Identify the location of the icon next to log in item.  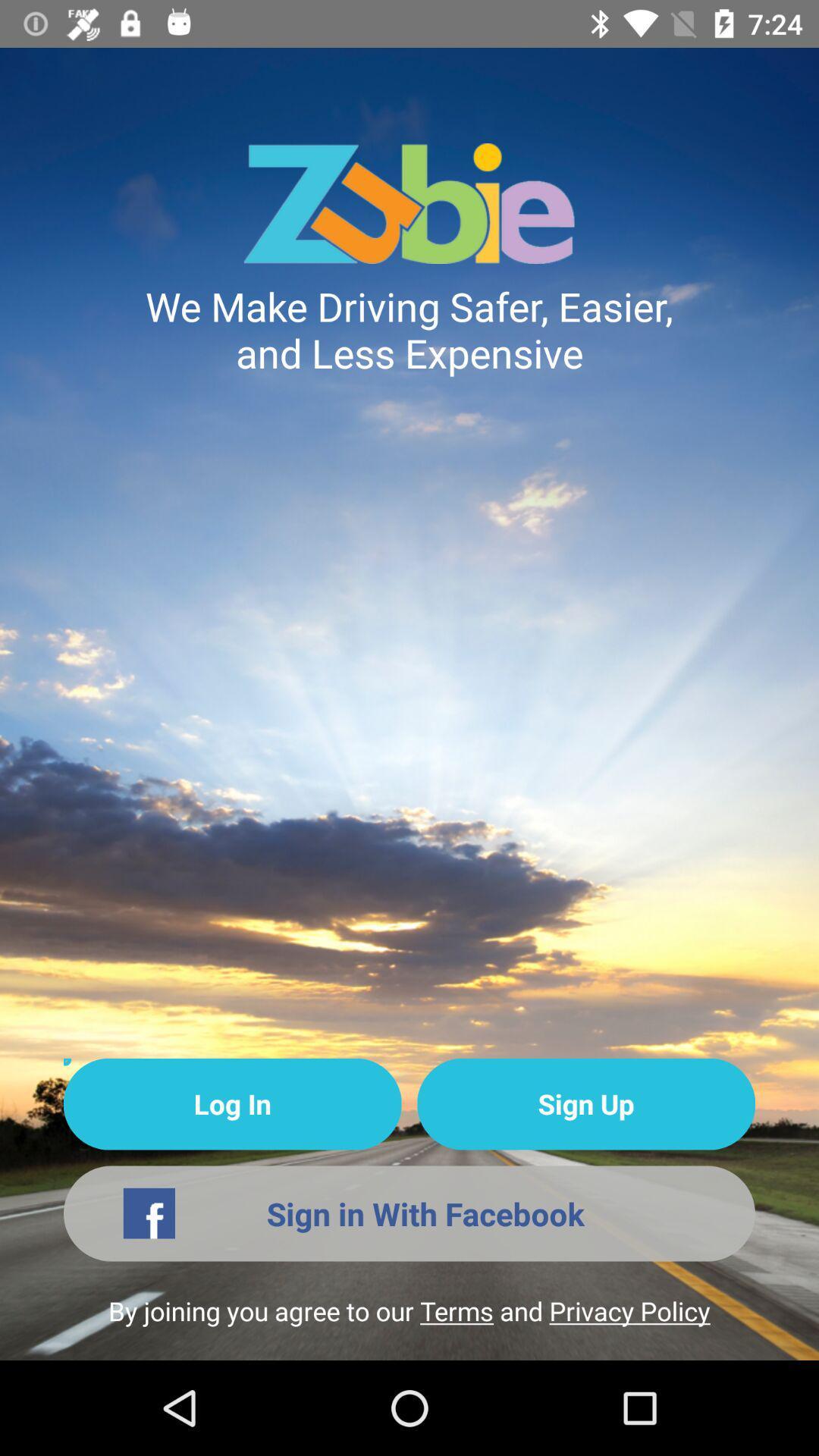
(585, 1104).